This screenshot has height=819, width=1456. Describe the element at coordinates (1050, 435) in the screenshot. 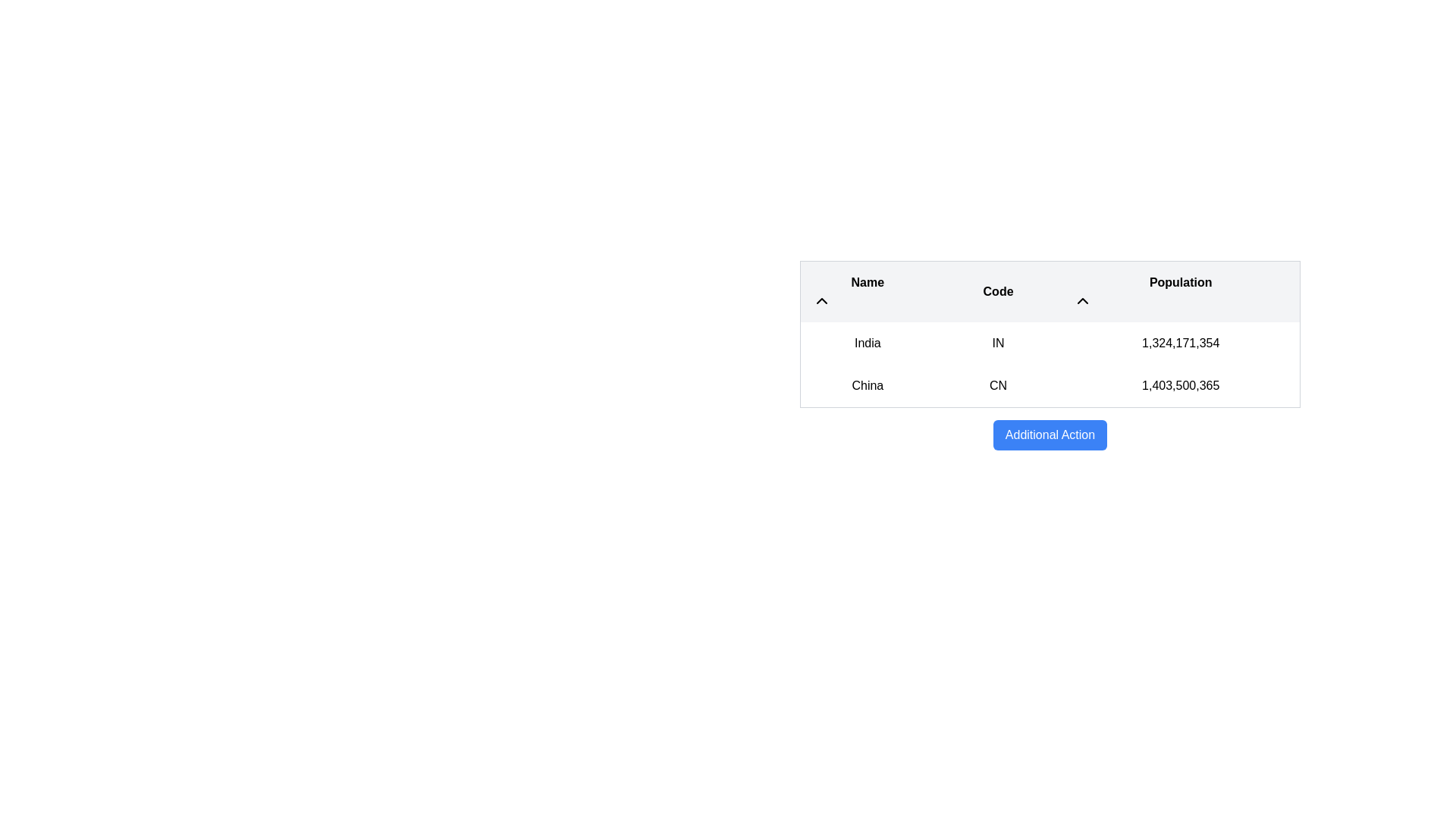

I see `the button labeled 'Additional Action' located directly underneath the population data table` at that location.